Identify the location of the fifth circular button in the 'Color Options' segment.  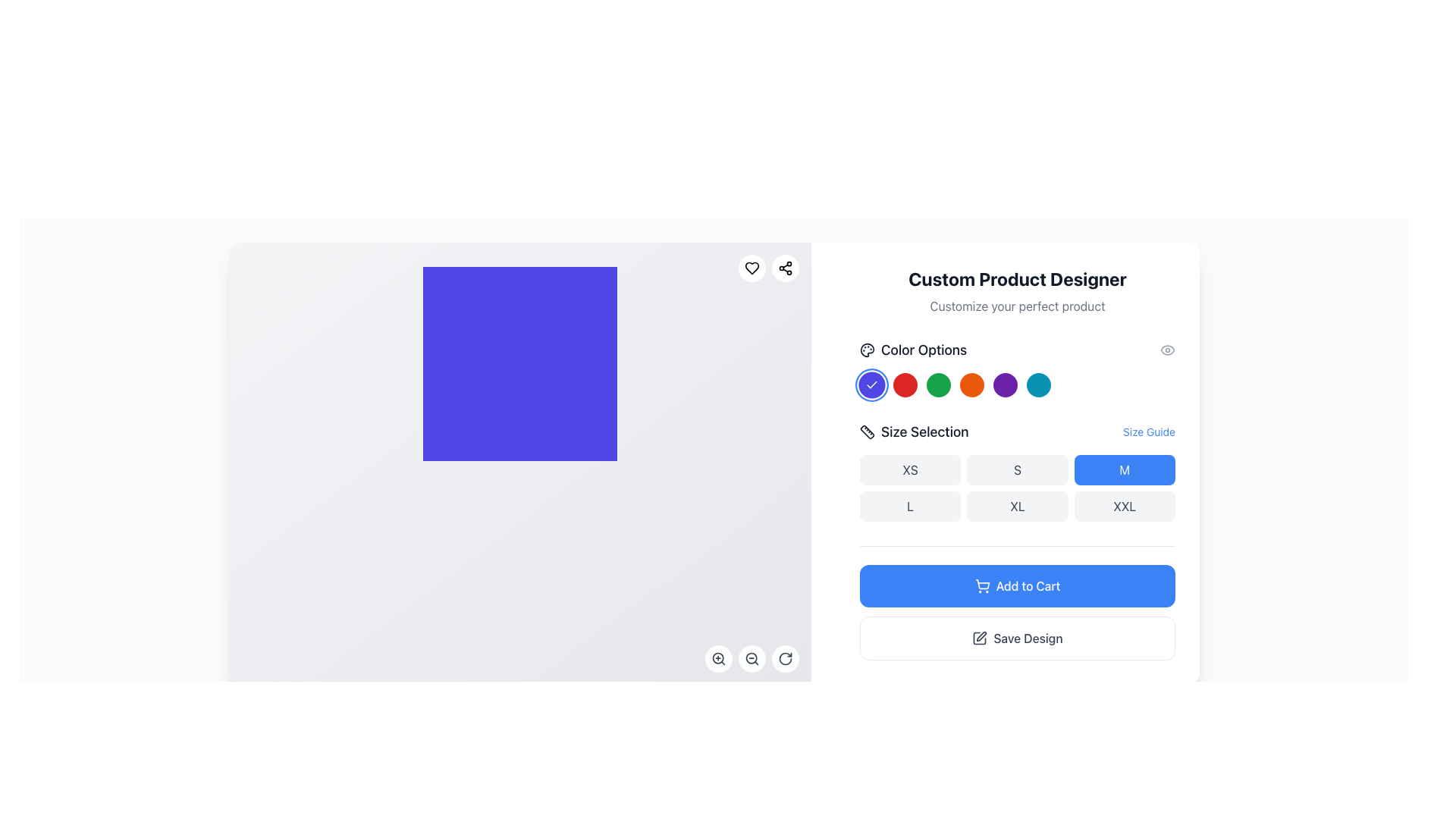
(971, 384).